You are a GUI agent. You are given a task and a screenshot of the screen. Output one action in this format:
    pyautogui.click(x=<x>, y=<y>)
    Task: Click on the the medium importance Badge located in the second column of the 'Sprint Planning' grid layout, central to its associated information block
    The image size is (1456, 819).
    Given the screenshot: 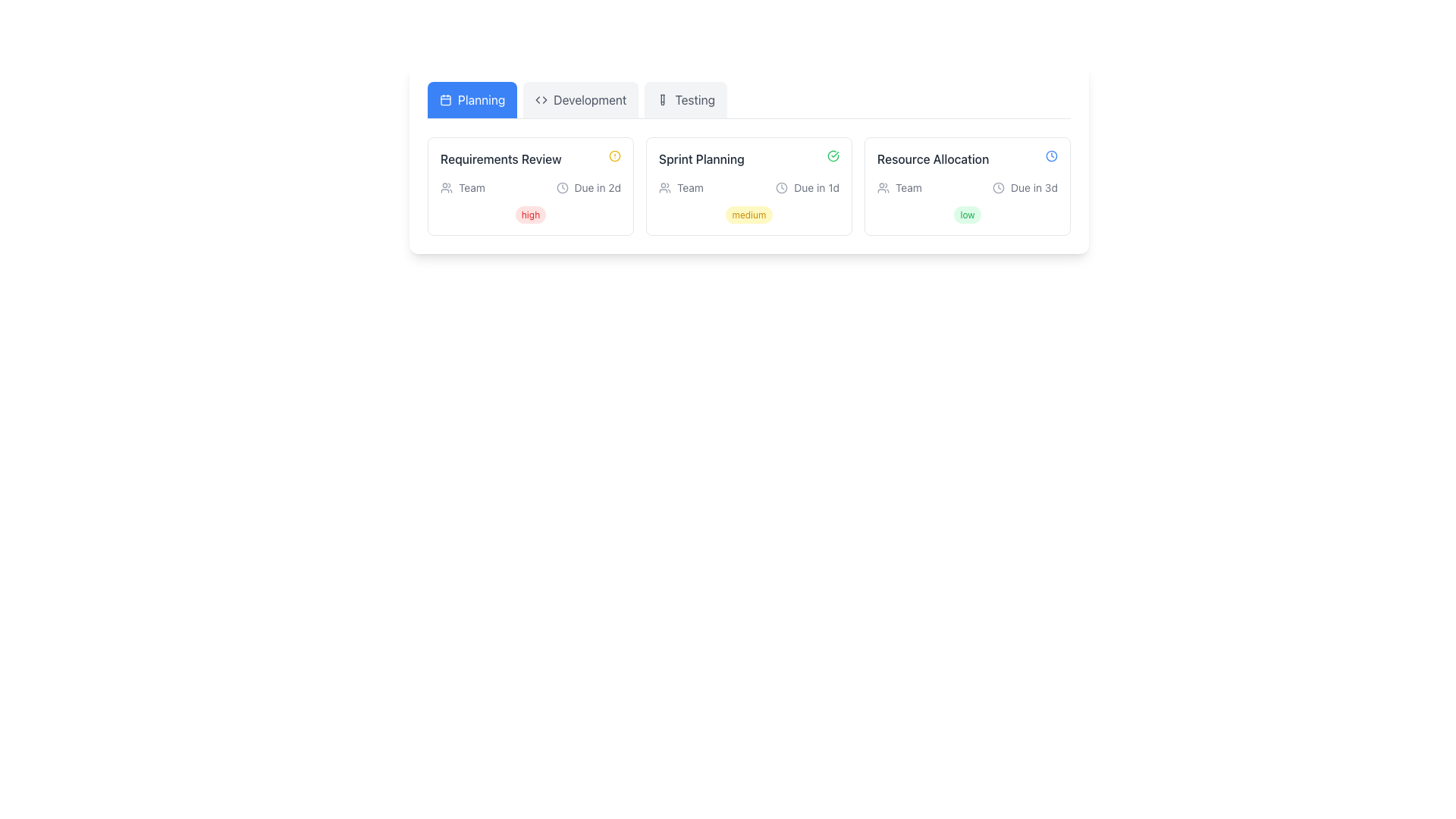 What is the action you would take?
    pyautogui.click(x=749, y=215)
    